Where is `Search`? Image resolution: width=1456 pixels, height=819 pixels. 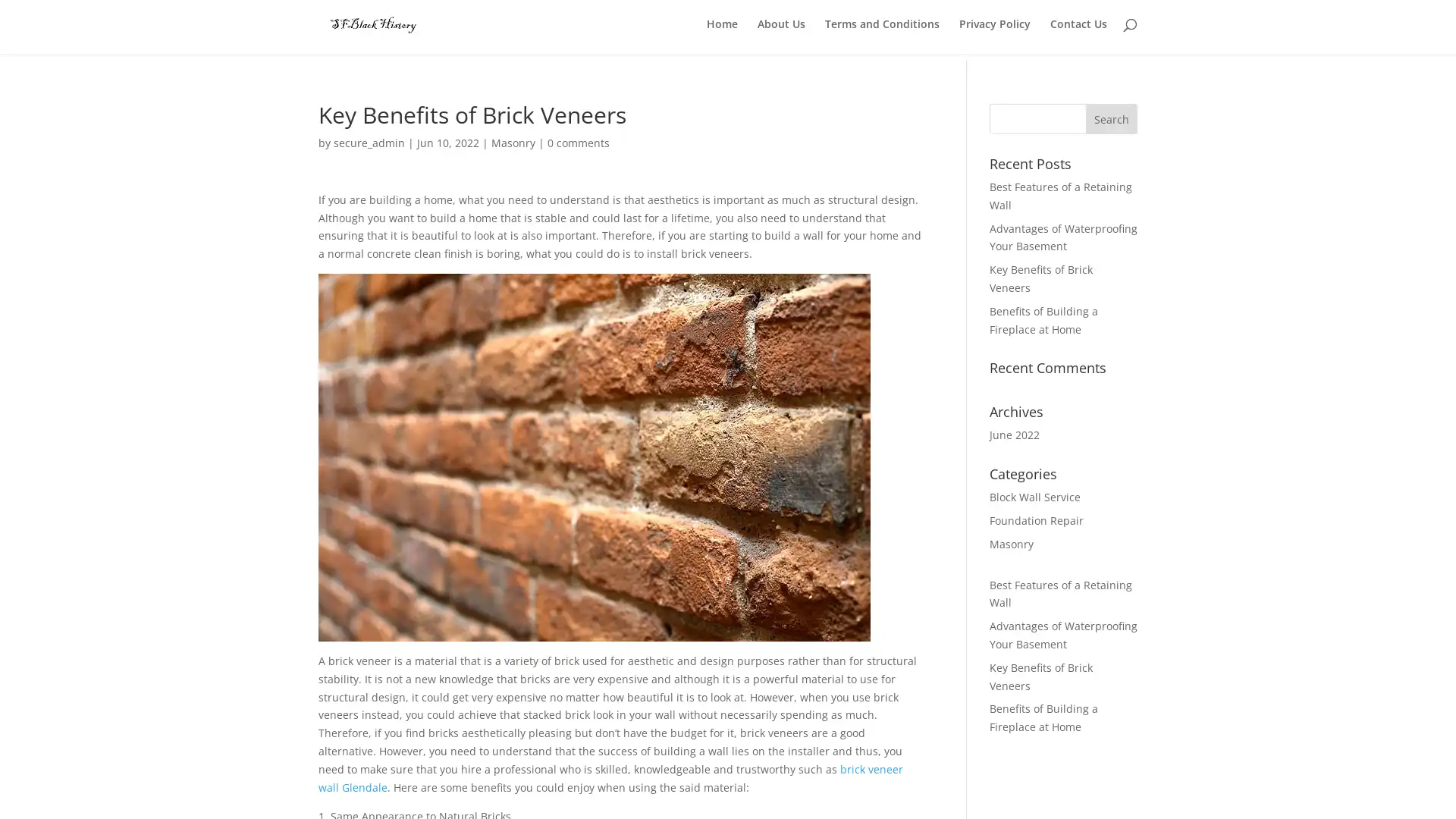
Search is located at coordinates (1111, 114).